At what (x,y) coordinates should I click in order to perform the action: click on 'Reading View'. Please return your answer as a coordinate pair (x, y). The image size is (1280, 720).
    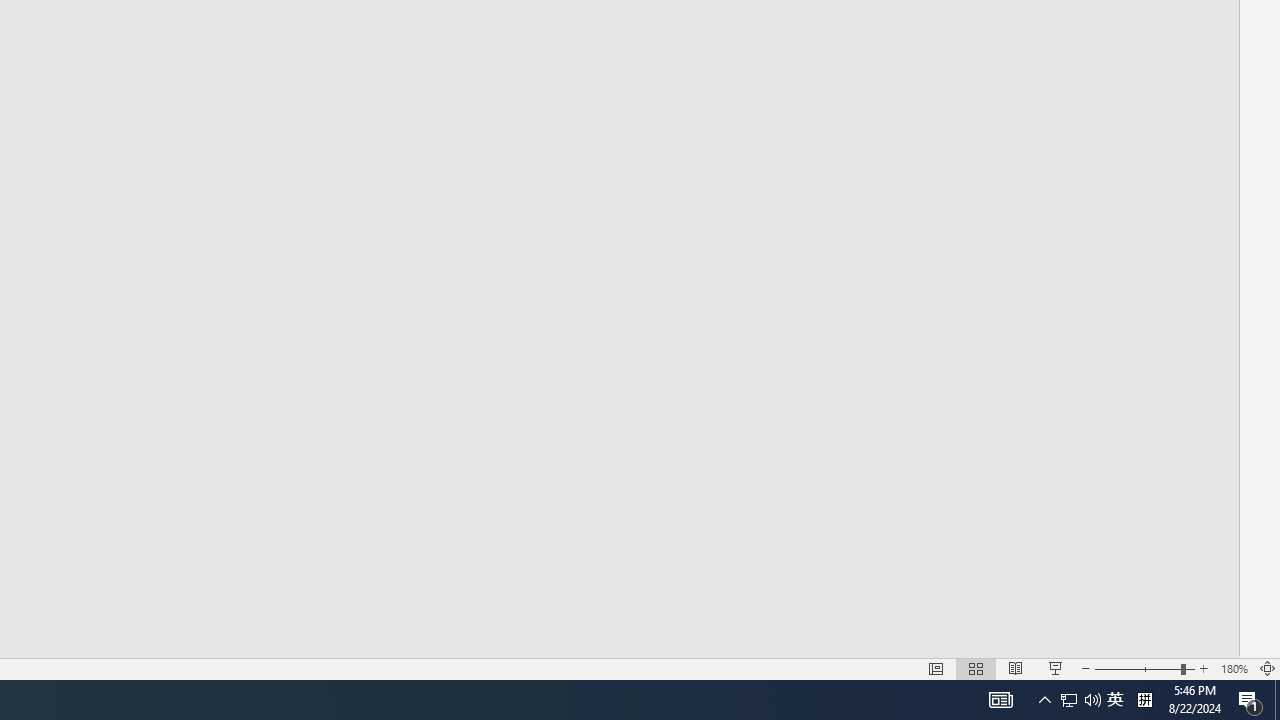
    Looking at the image, I should click on (1015, 669).